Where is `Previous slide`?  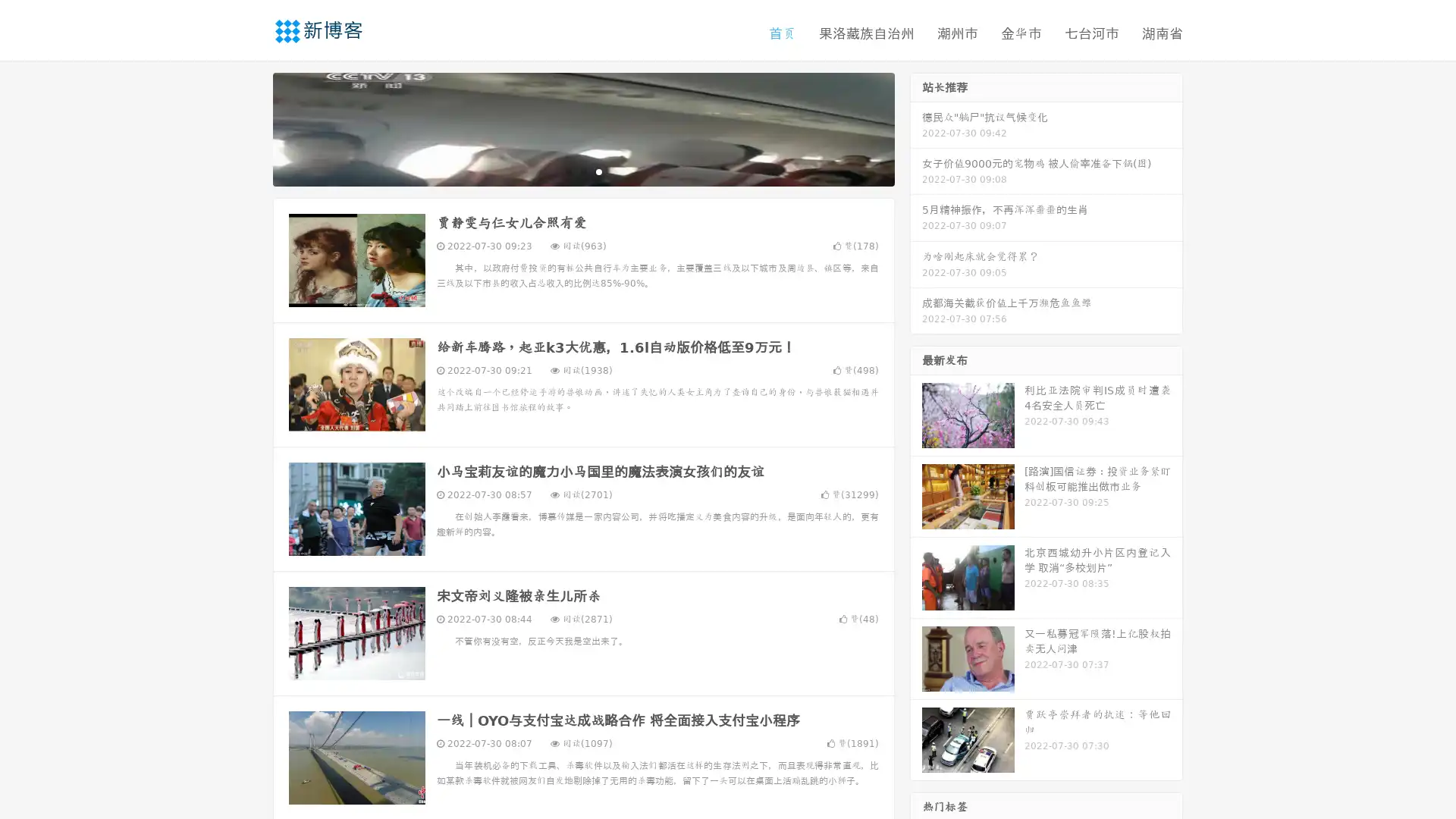 Previous slide is located at coordinates (250, 127).